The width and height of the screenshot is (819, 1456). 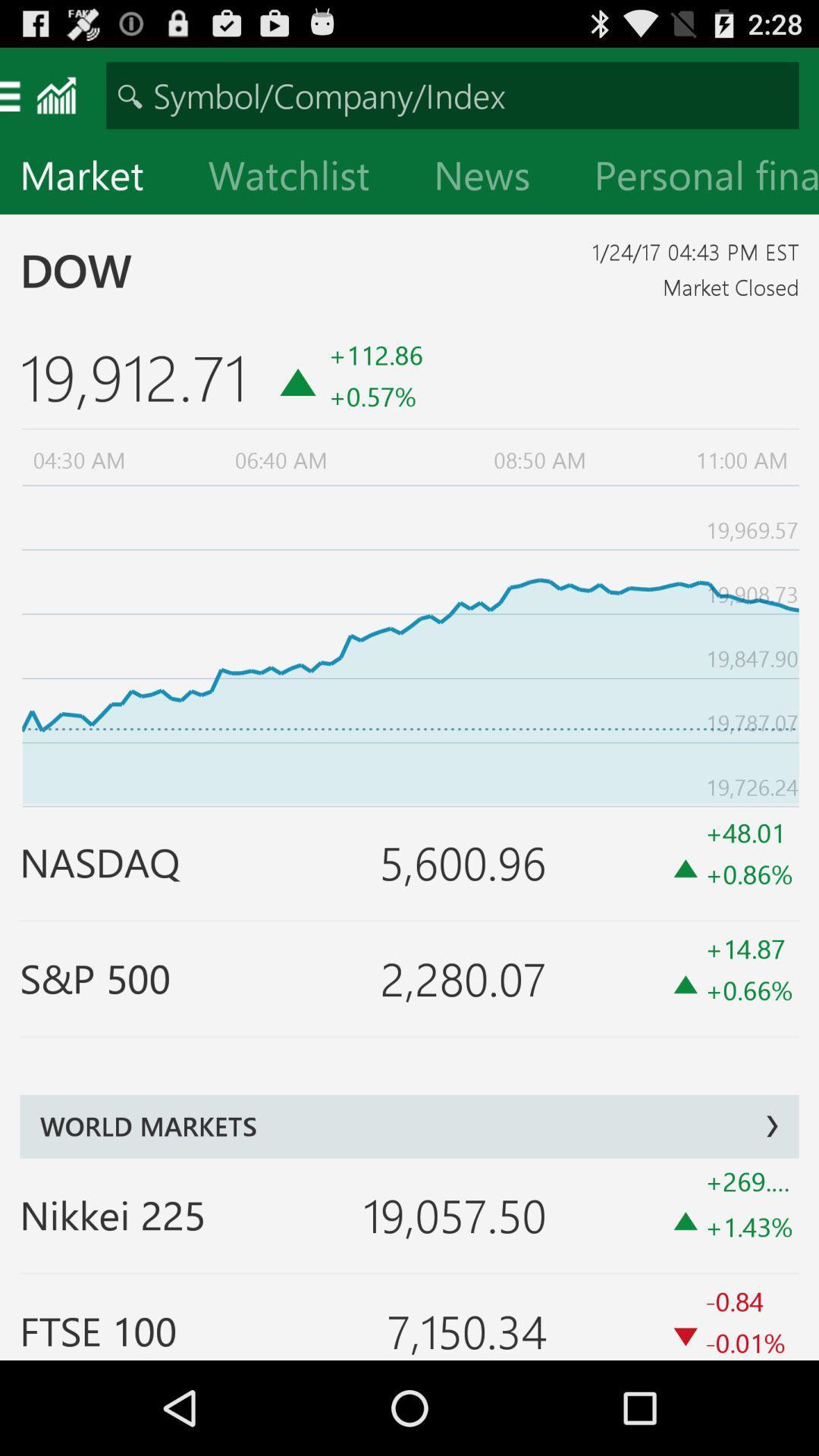 I want to click on item below the 19,912.71 icon, so click(x=409, y=644).